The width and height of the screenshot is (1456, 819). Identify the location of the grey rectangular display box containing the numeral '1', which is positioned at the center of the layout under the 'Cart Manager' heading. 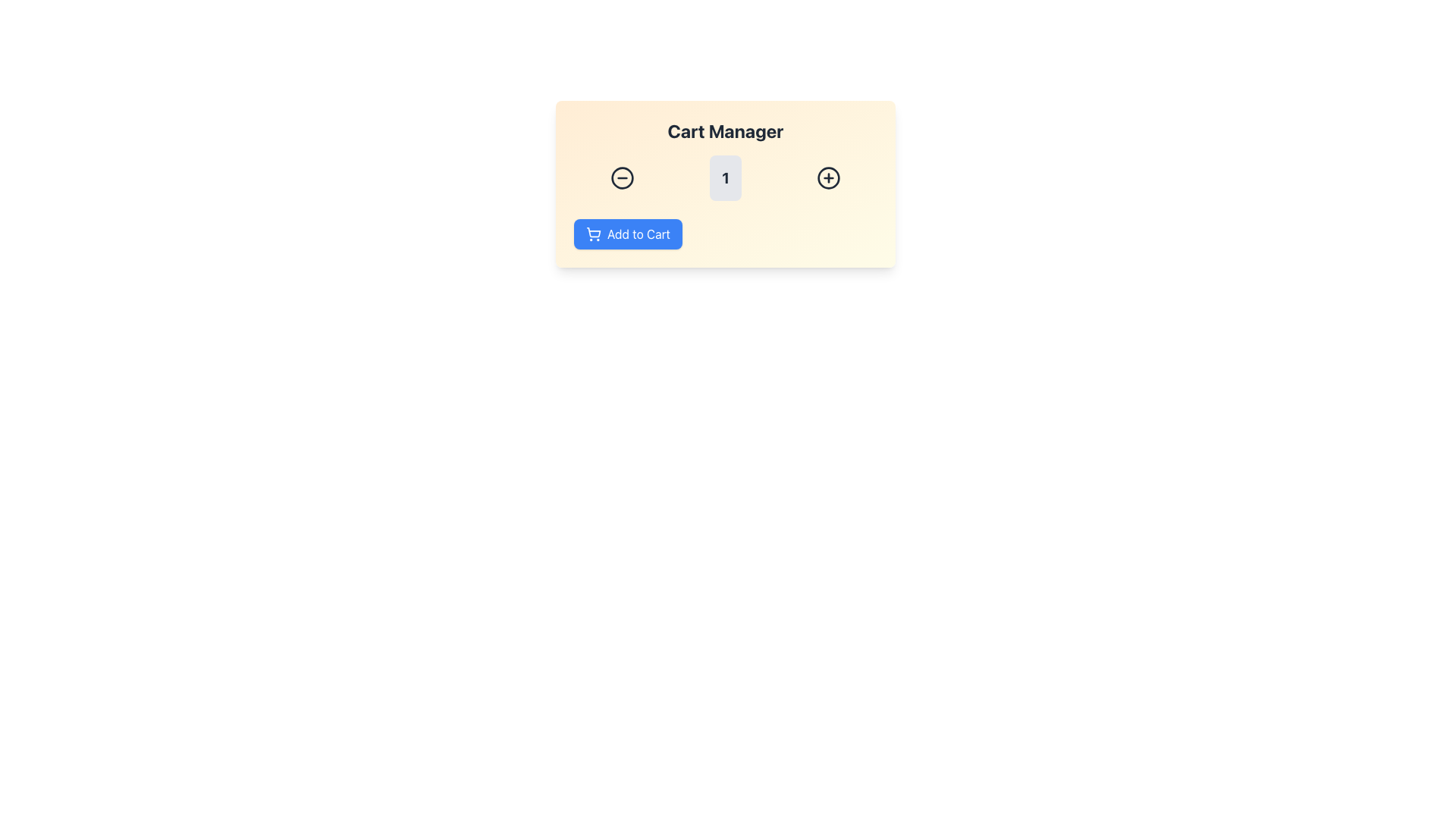
(724, 177).